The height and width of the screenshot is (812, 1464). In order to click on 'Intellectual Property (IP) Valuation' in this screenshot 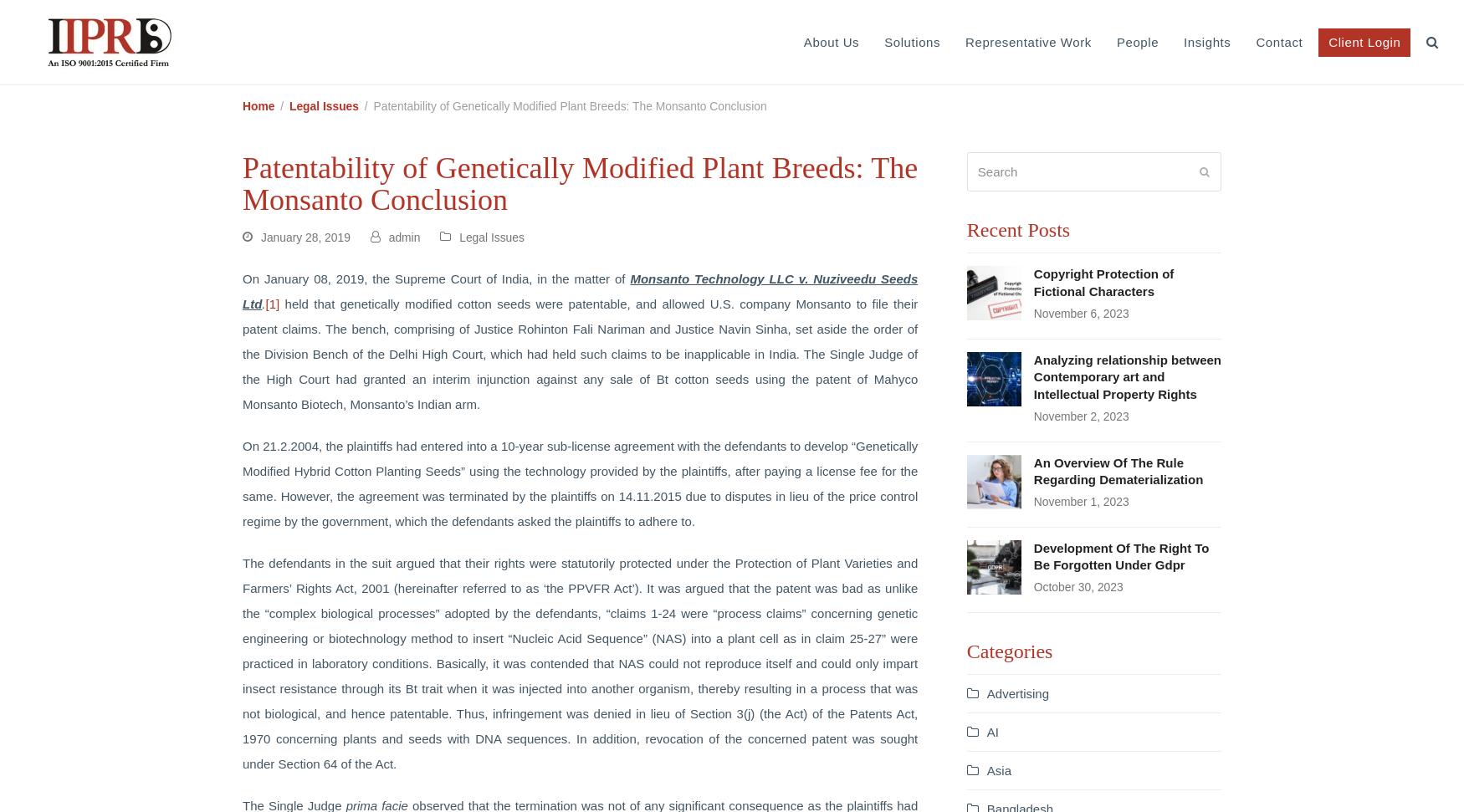, I will do `click(1190, 392)`.